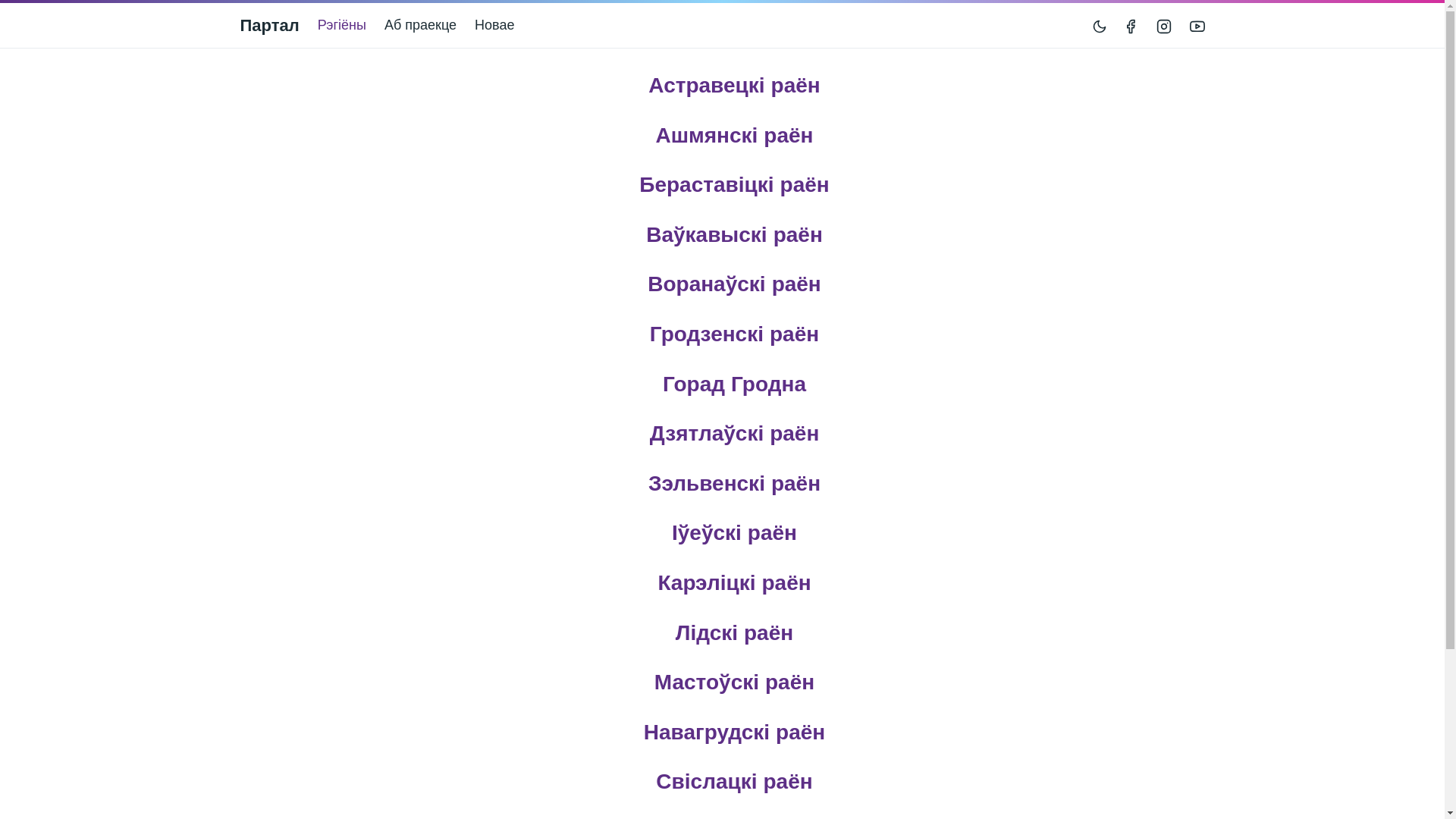  Describe the element at coordinates (1182, 25) in the screenshot. I see `'YouTube'` at that location.